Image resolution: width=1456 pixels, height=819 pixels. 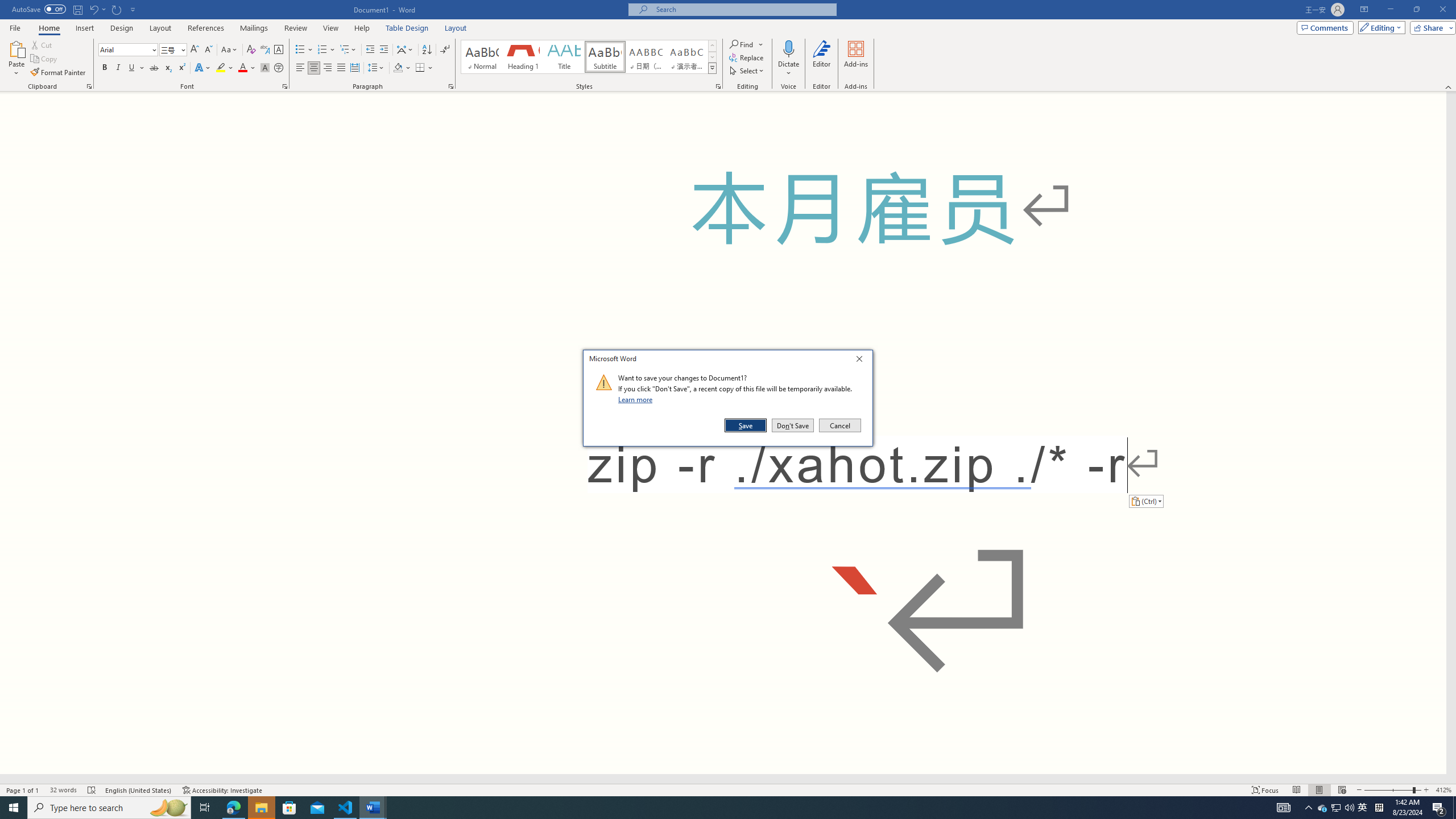 I want to click on 'Paste', so click(x=16, y=48).